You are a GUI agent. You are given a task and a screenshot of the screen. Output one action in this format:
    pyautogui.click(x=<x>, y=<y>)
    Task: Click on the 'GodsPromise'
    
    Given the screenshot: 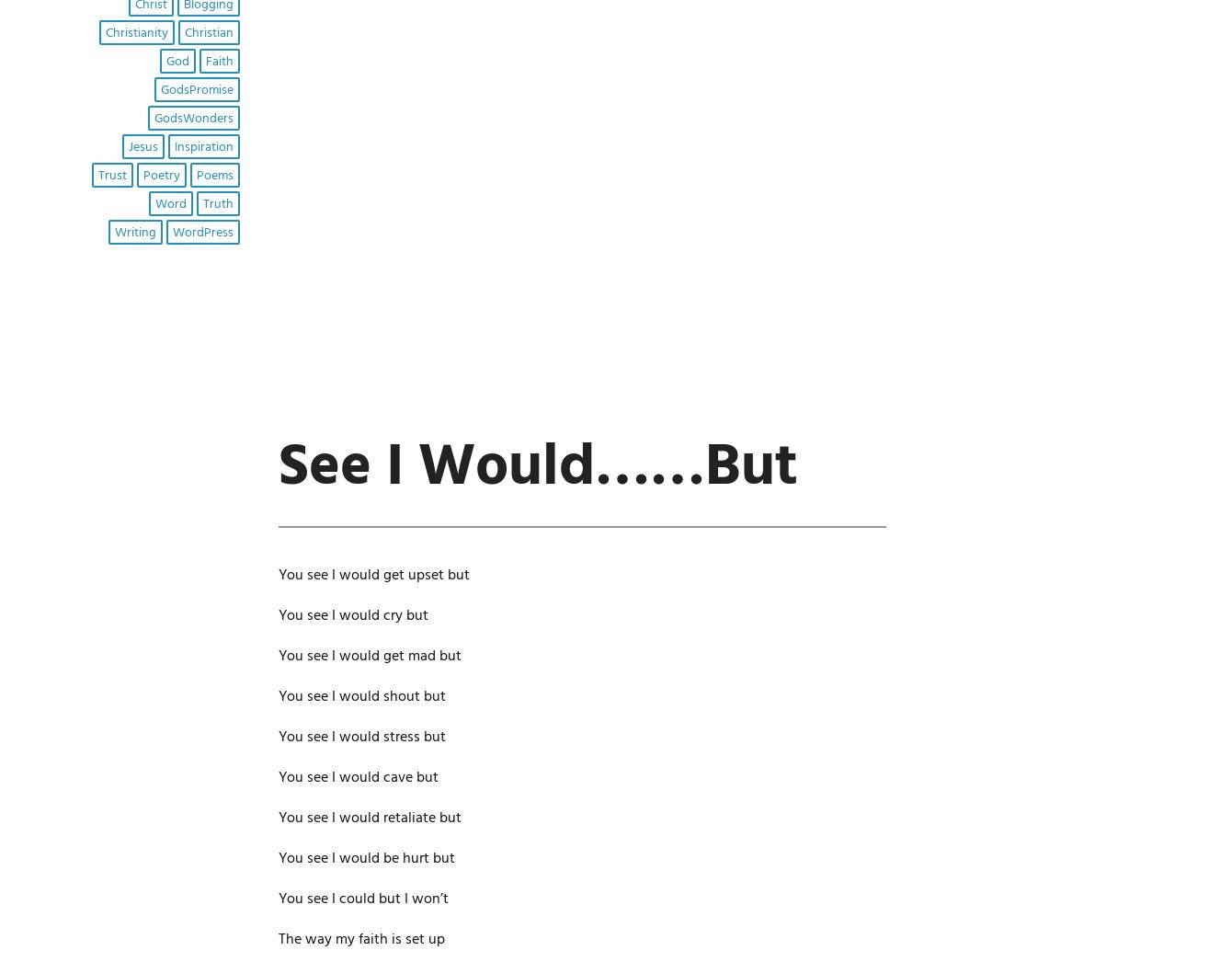 What is the action you would take?
    pyautogui.click(x=159, y=89)
    